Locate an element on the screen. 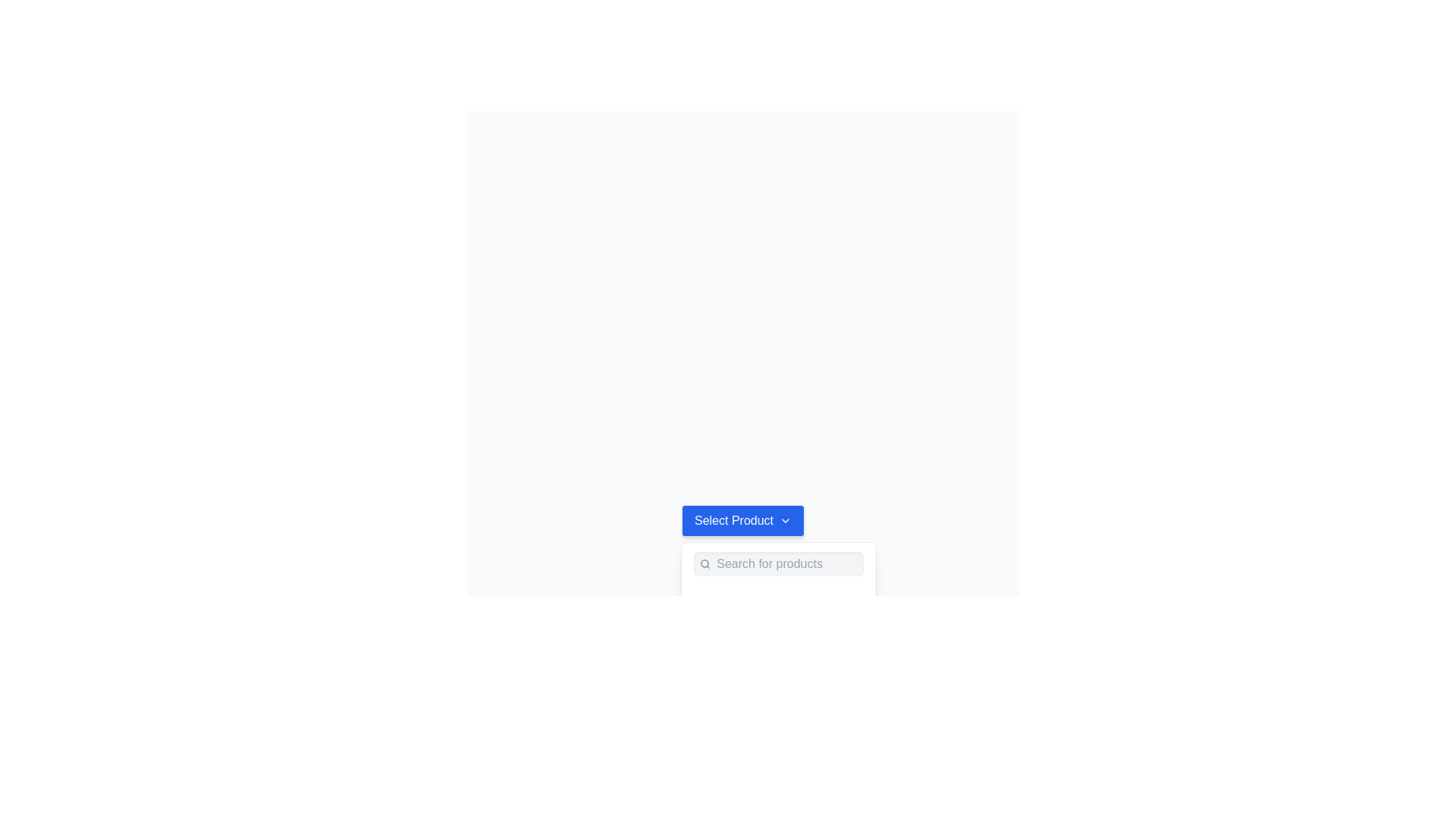  the small rectangular input box with rounded corners and a light gray background that contains a magnifying glass icon and placeholder text 'Search for products' is located at coordinates (779, 564).